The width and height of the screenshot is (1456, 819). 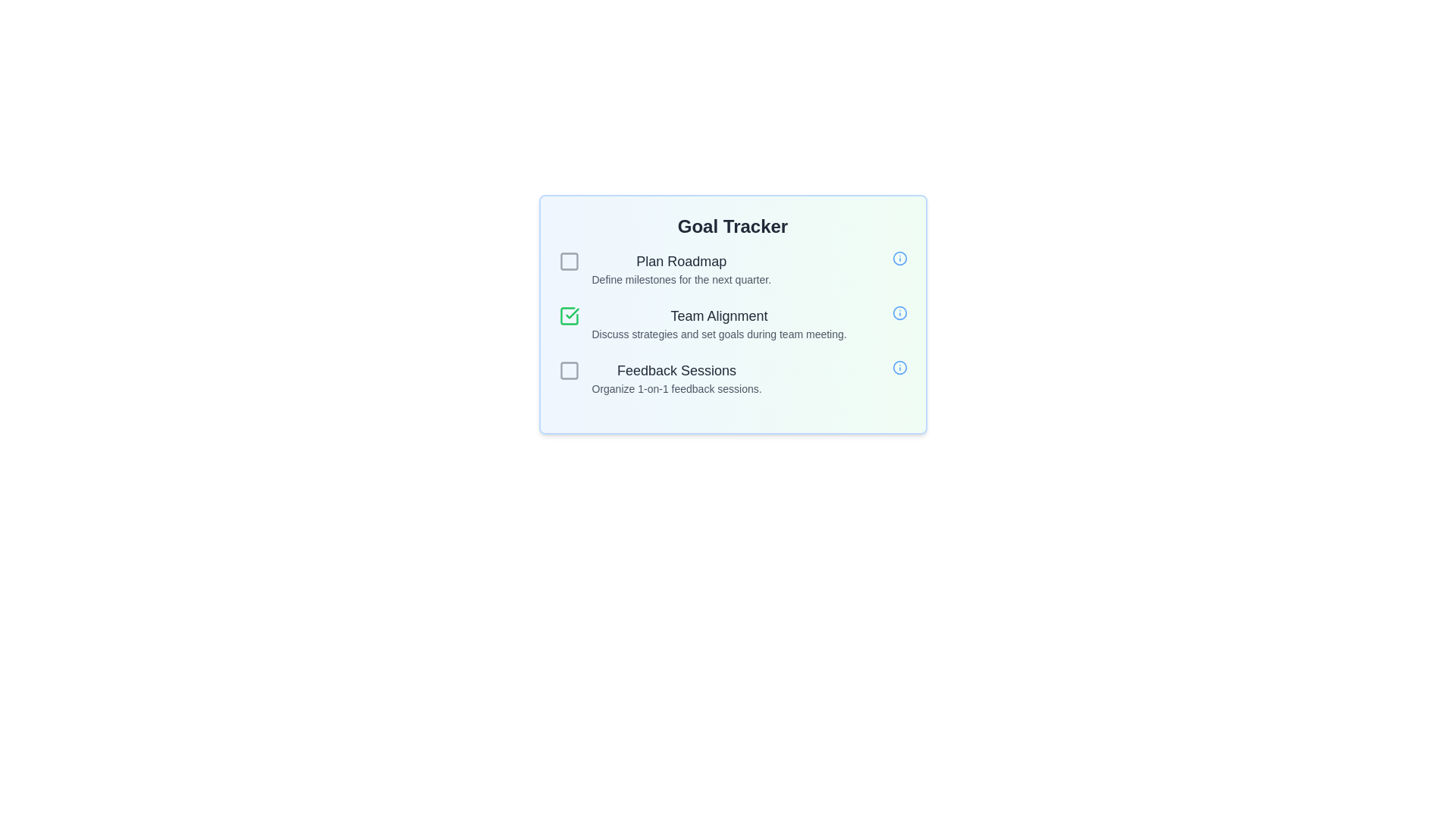 What do you see at coordinates (568, 371) in the screenshot?
I see `the checkbox located to the left of the 'Feedback Sessions' label` at bounding box center [568, 371].